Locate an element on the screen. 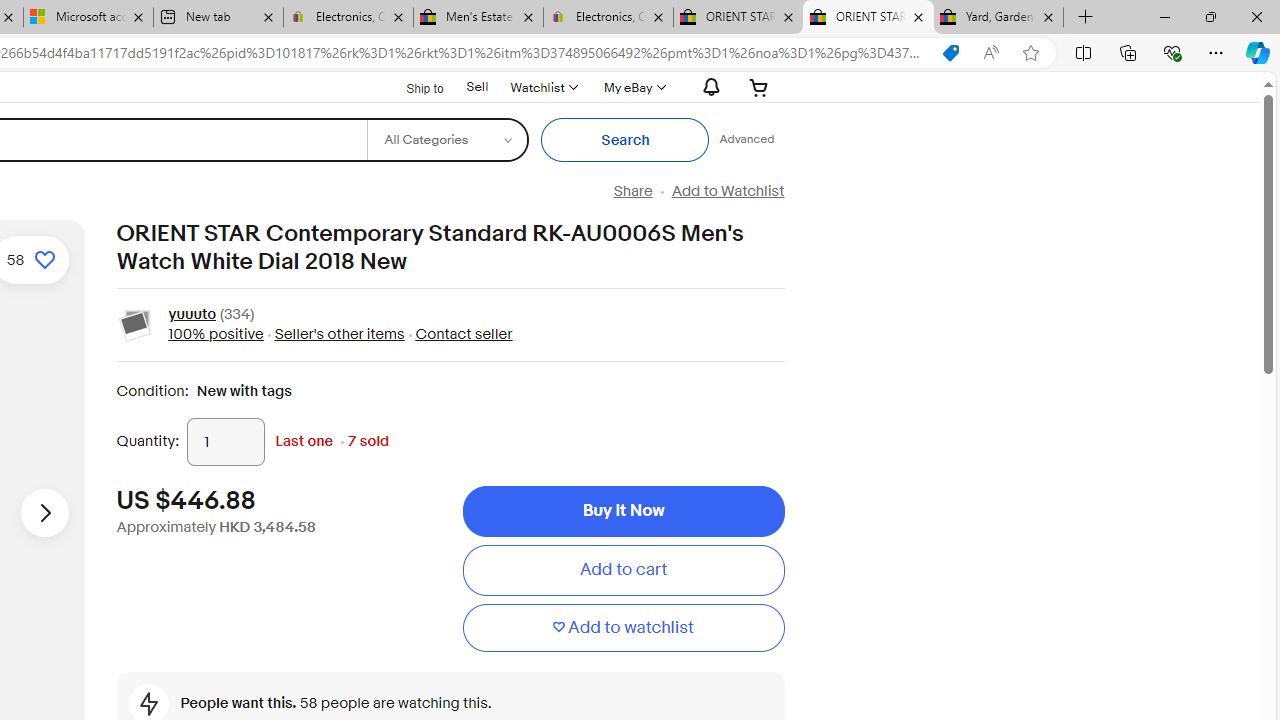  'My eBayExpand My eBay' is located at coordinates (631, 86).